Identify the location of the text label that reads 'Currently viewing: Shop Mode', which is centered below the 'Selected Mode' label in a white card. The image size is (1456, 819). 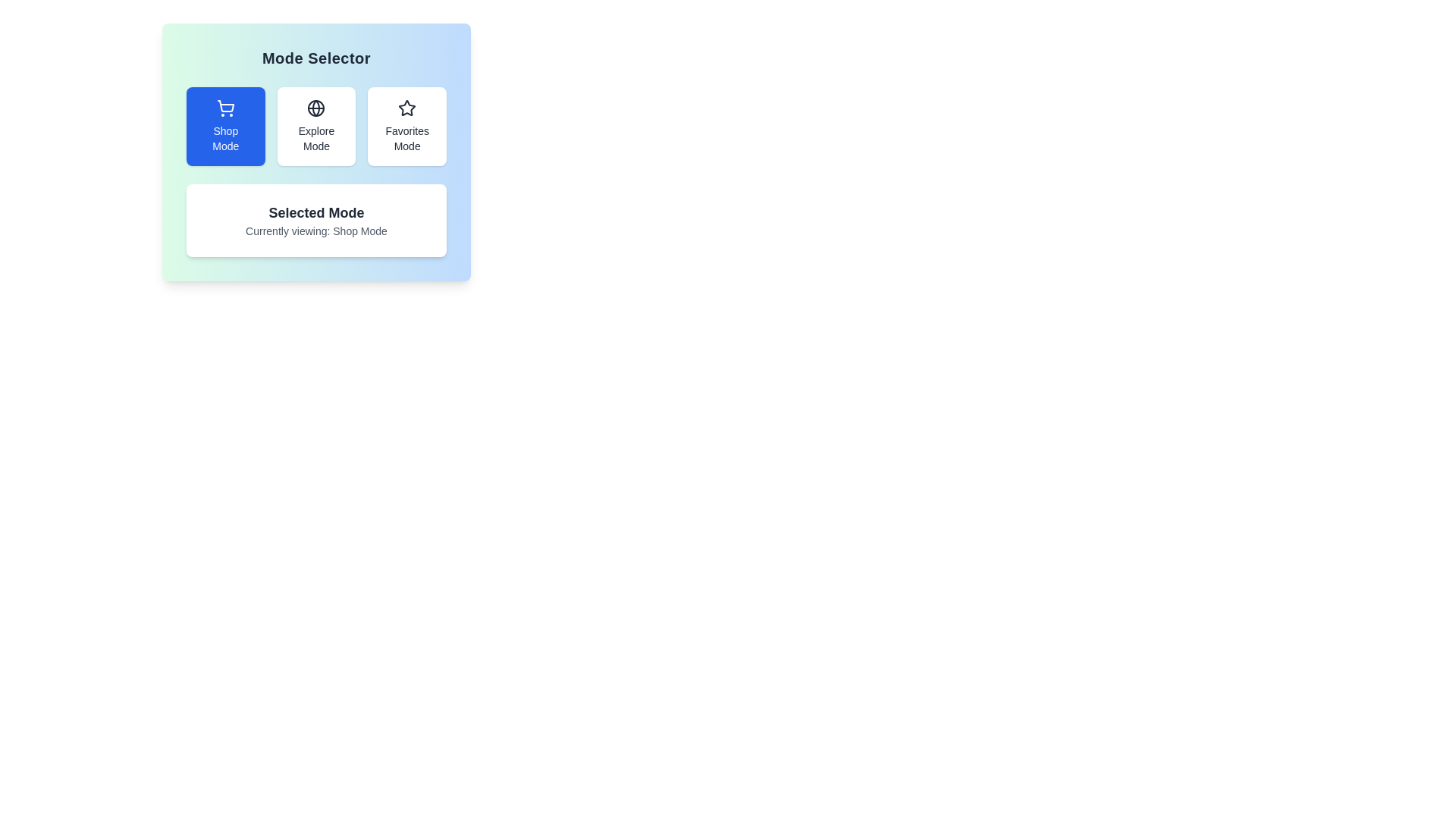
(315, 231).